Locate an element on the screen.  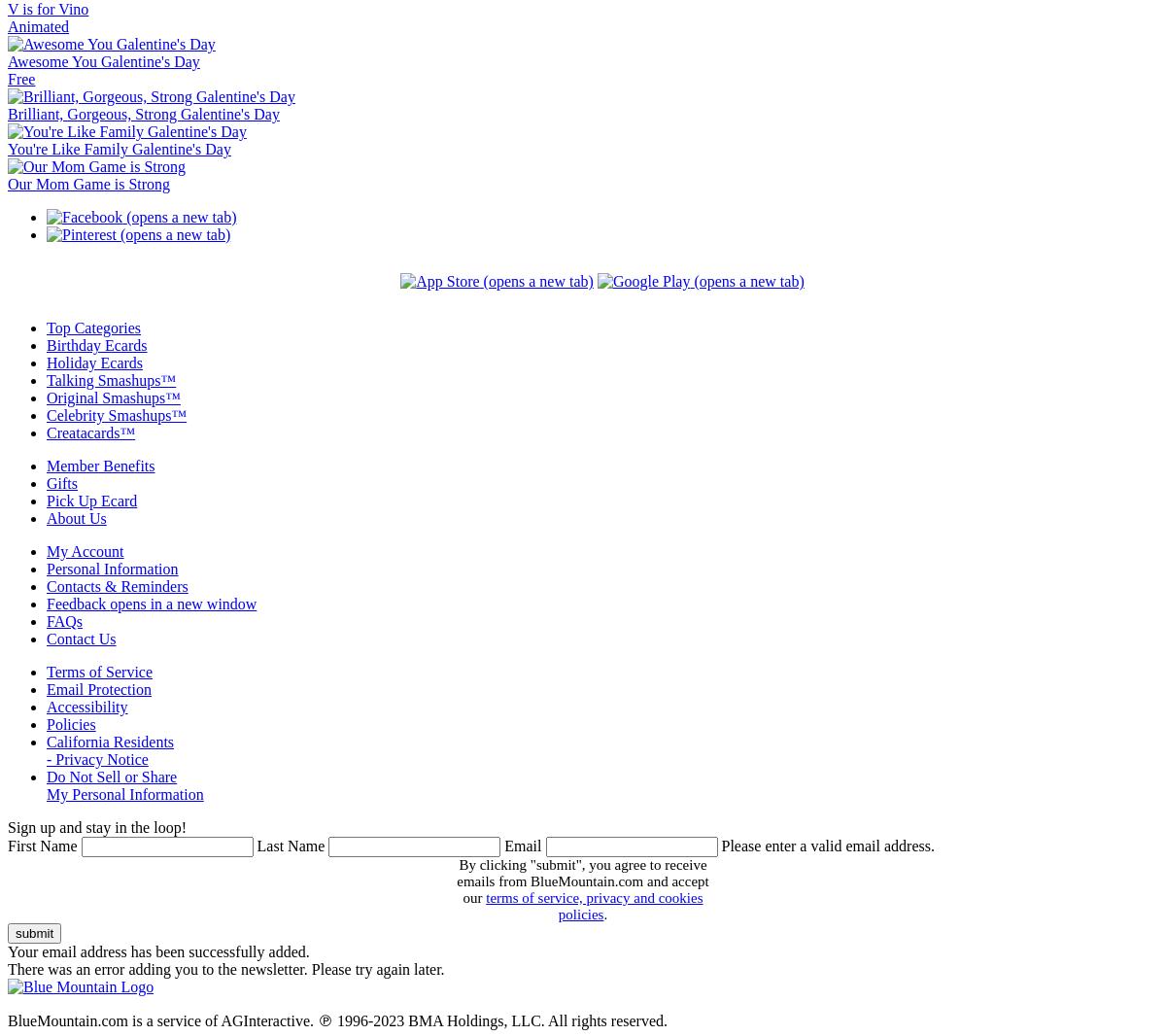
'Top Categories' is located at coordinates (93, 328).